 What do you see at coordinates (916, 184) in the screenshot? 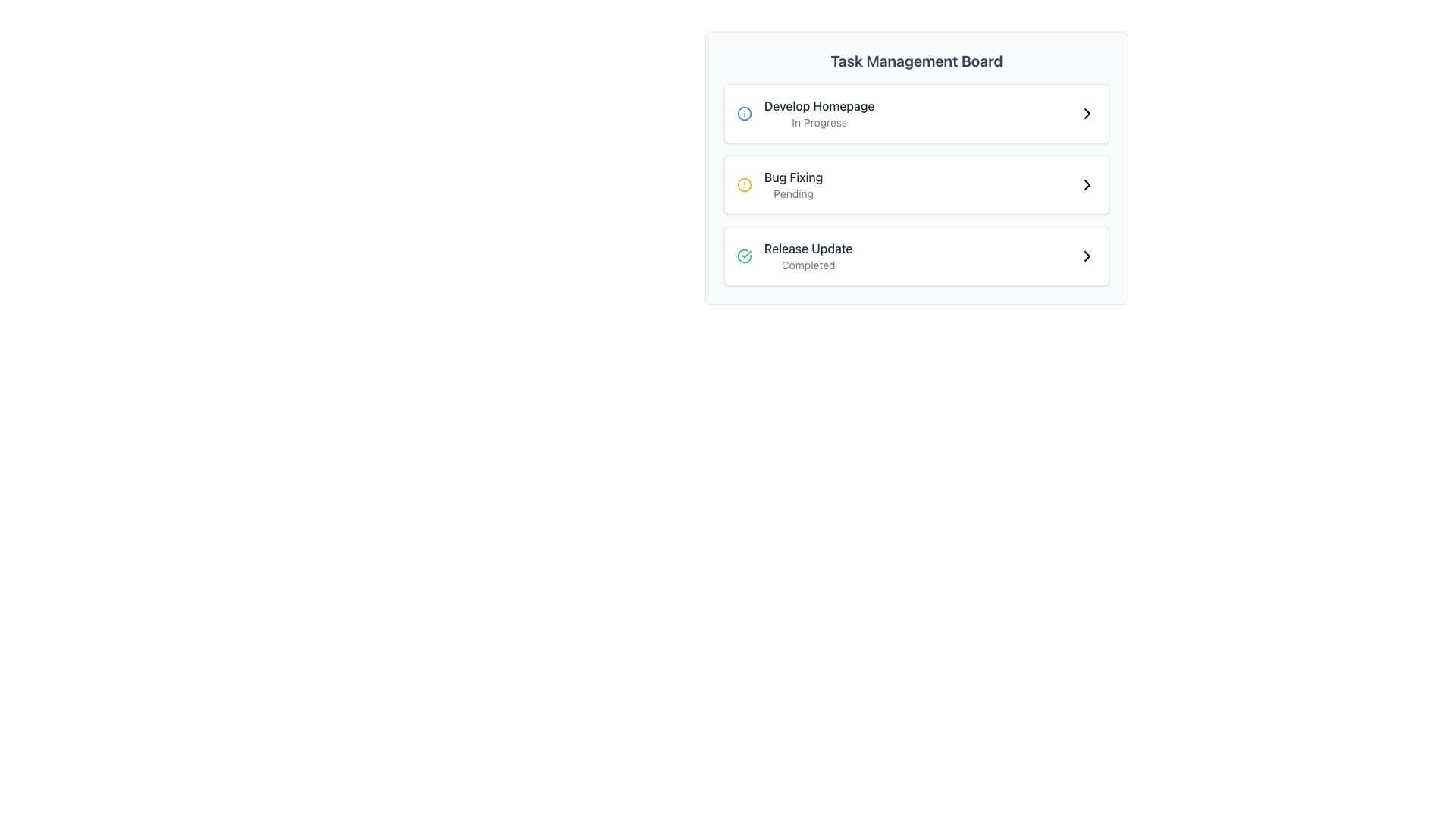
I see `the second card labeled 'Bug Fixing' with a status of 'Pending' in the Task Management Board` at bounding box center [916, 184].